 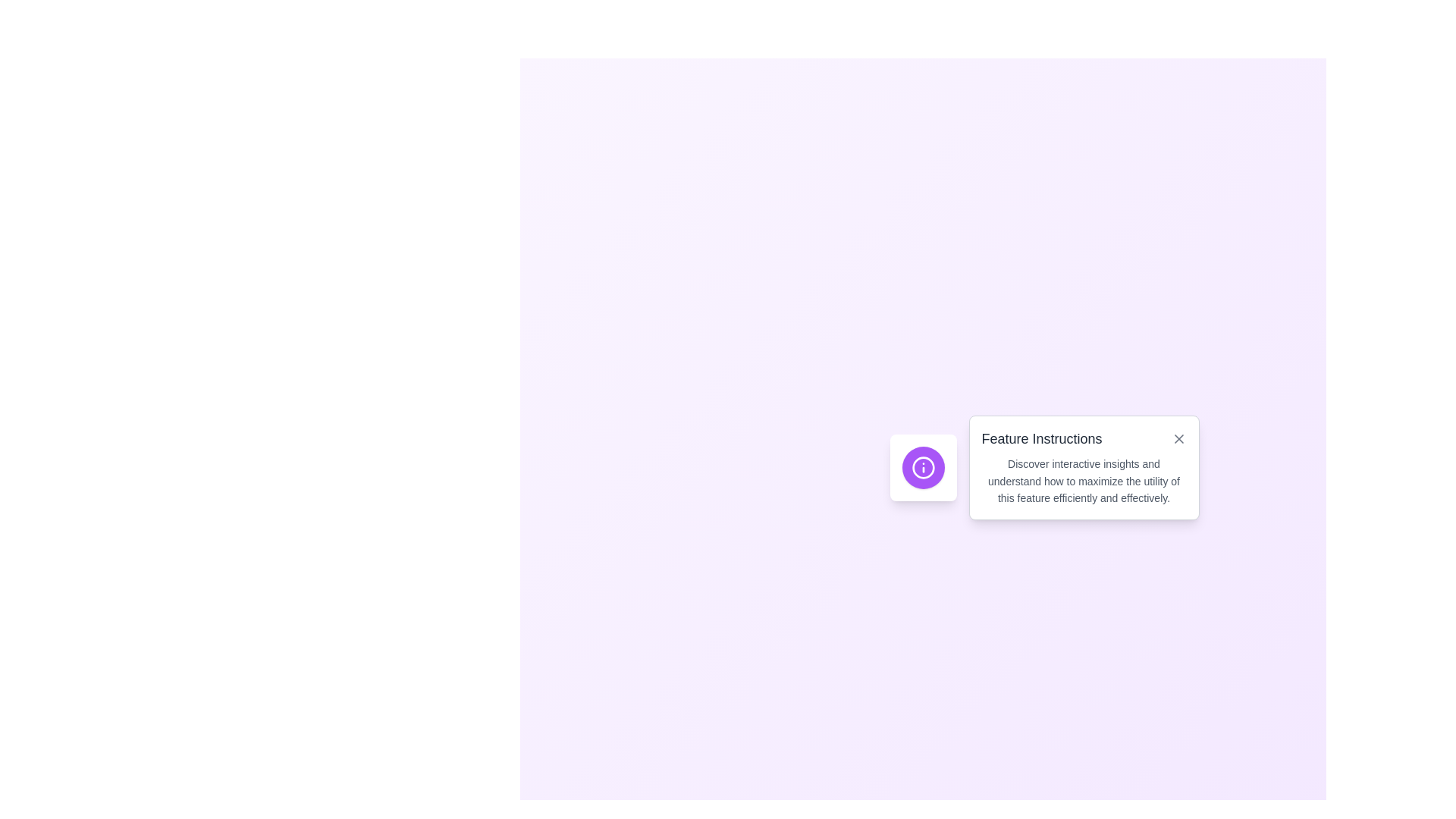 I want to click on the close button styled as an 'X' symbol located at the top-right corner of the 'Feature Instructions' card to observe the hover effect, so click(x=1178, y=438).